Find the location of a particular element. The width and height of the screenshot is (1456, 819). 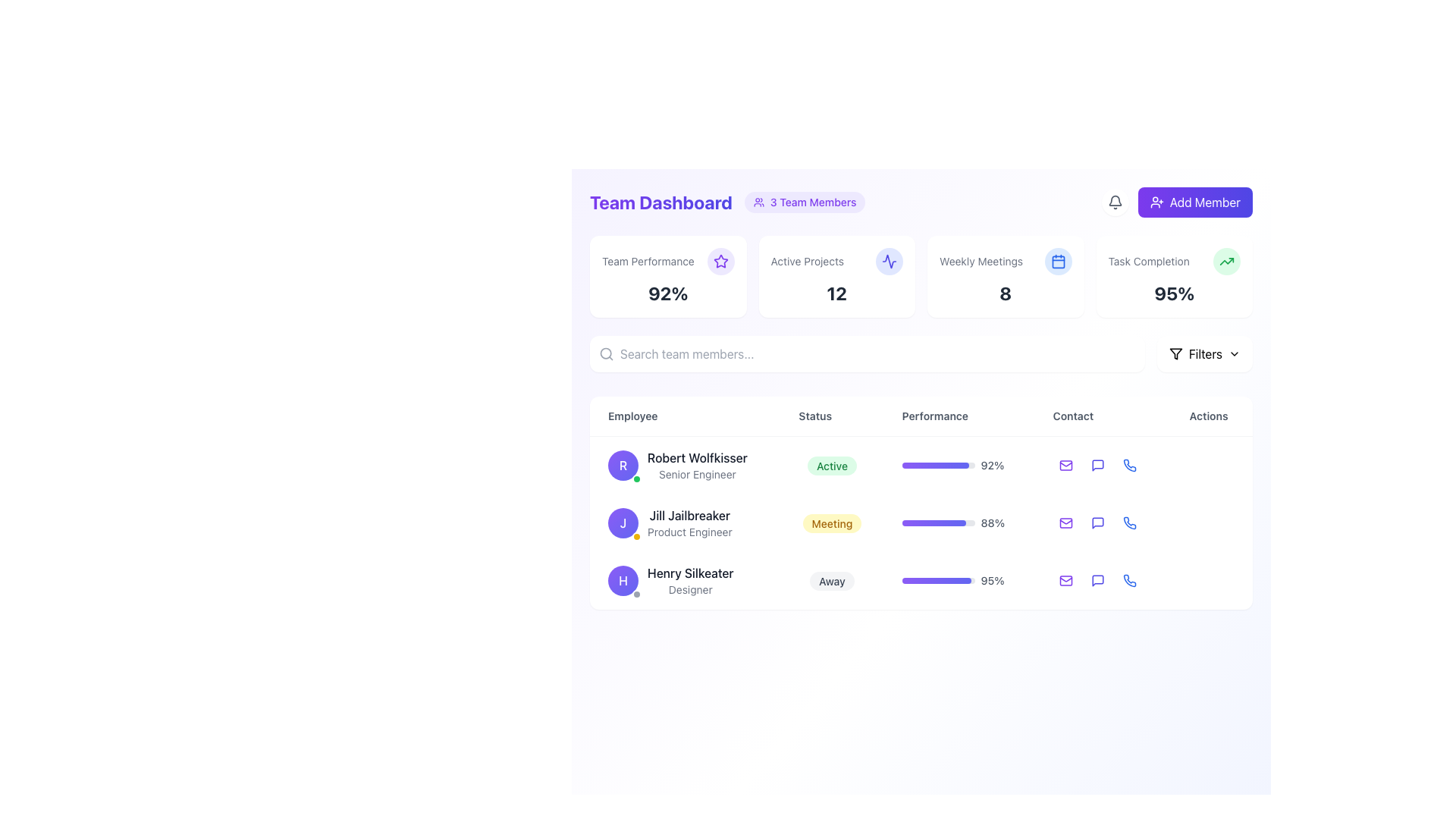

the Decorative Icon representing activity in the 'Active Projects' section, located in the second card from the left at the top center of the interface is located at coordinates (889, 260).